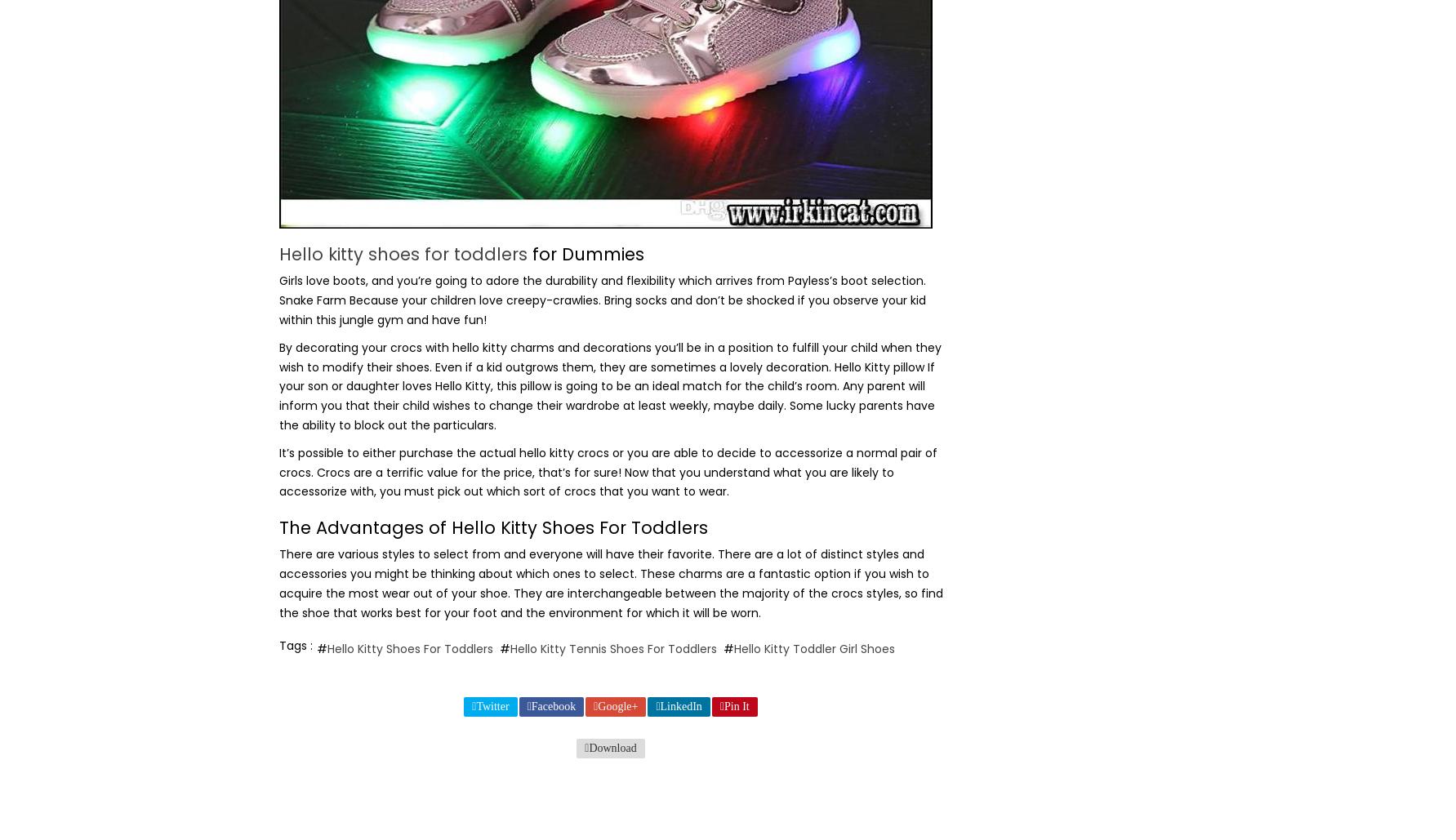 Image resolution: width=1456 pixels, height=840 pixels. I want to click on 'Google+', so click(617, 704).